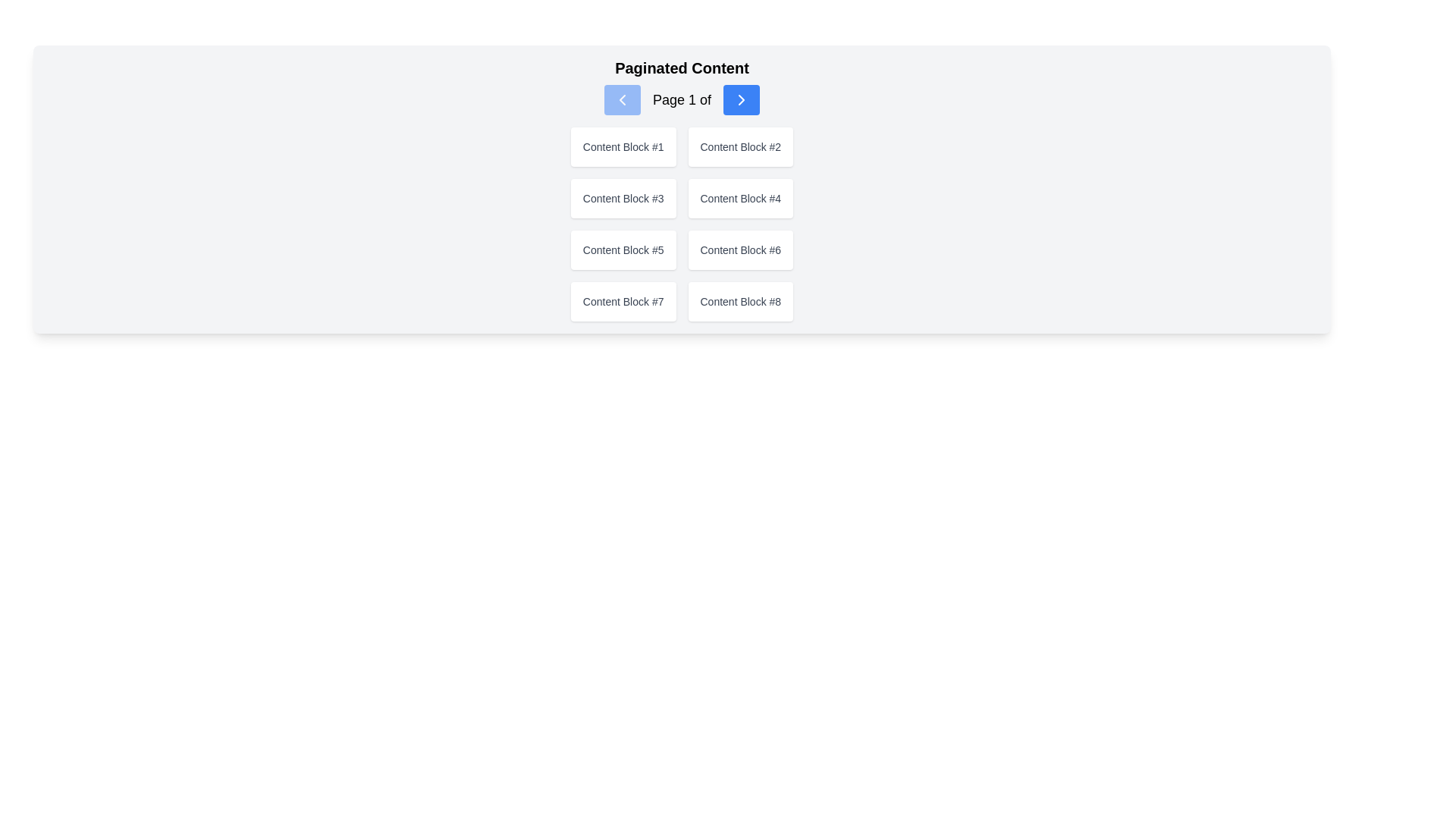 The width and height of the screenshot is (1456, 819). What do you see at coordinates (742, 99) in the screenshot?
I see `the 'next page' icon located on the right side of the pagination control in the UI` at bounding box center [742, 99].